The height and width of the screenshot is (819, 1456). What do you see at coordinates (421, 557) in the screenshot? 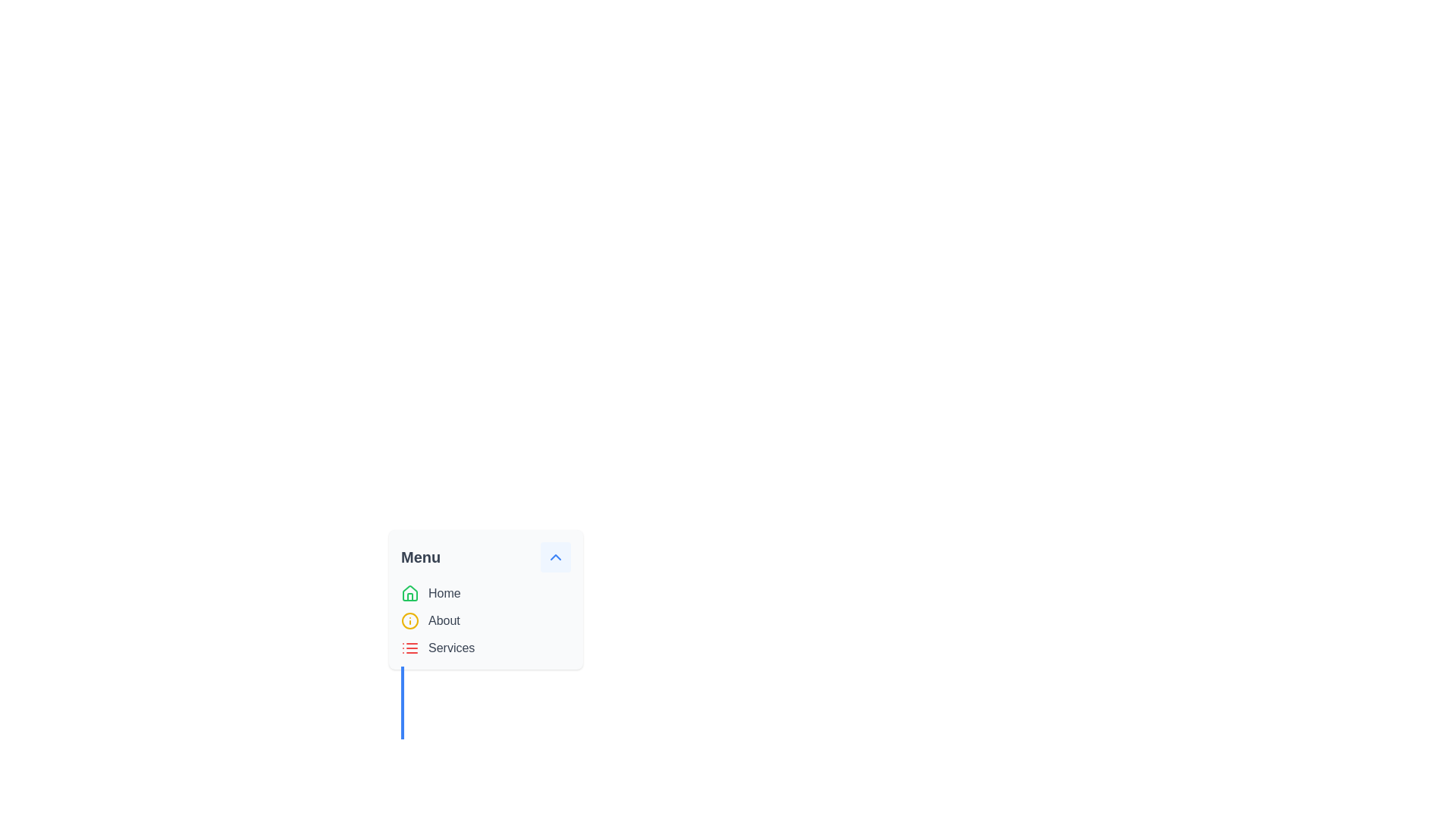
I see `the static text label 'Menu' that identifies the dropdown menu context, located at the top-left of the dropdown interface` at bounding box center [421, 557].